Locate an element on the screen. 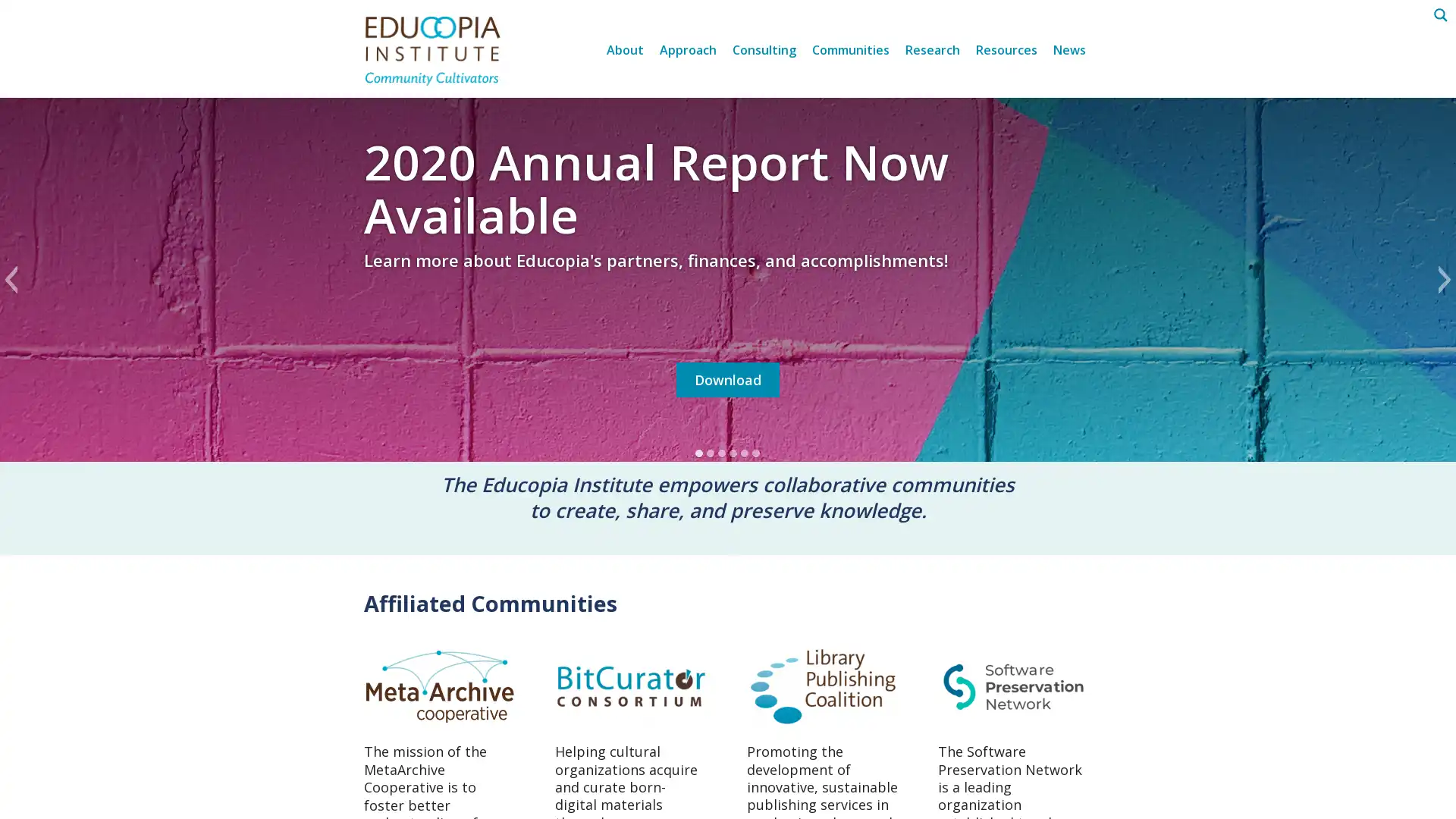 This screenshot has height=819, width=1456. Go to slide 1 is located at coordinates (698, 453).